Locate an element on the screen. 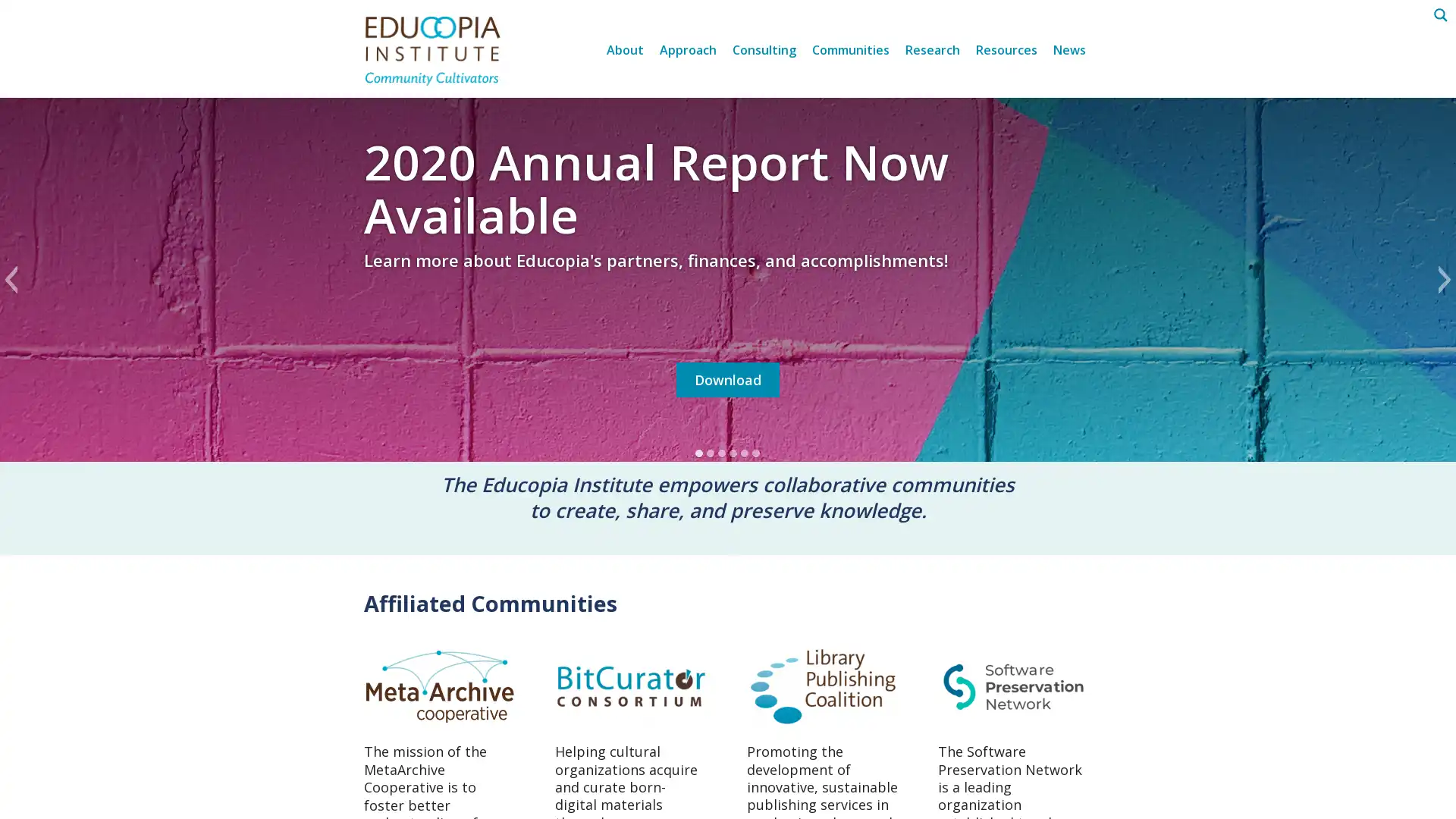 This screenshot has height=819, width=1456. Go to slide 1 is located at coordinates (698, 453).